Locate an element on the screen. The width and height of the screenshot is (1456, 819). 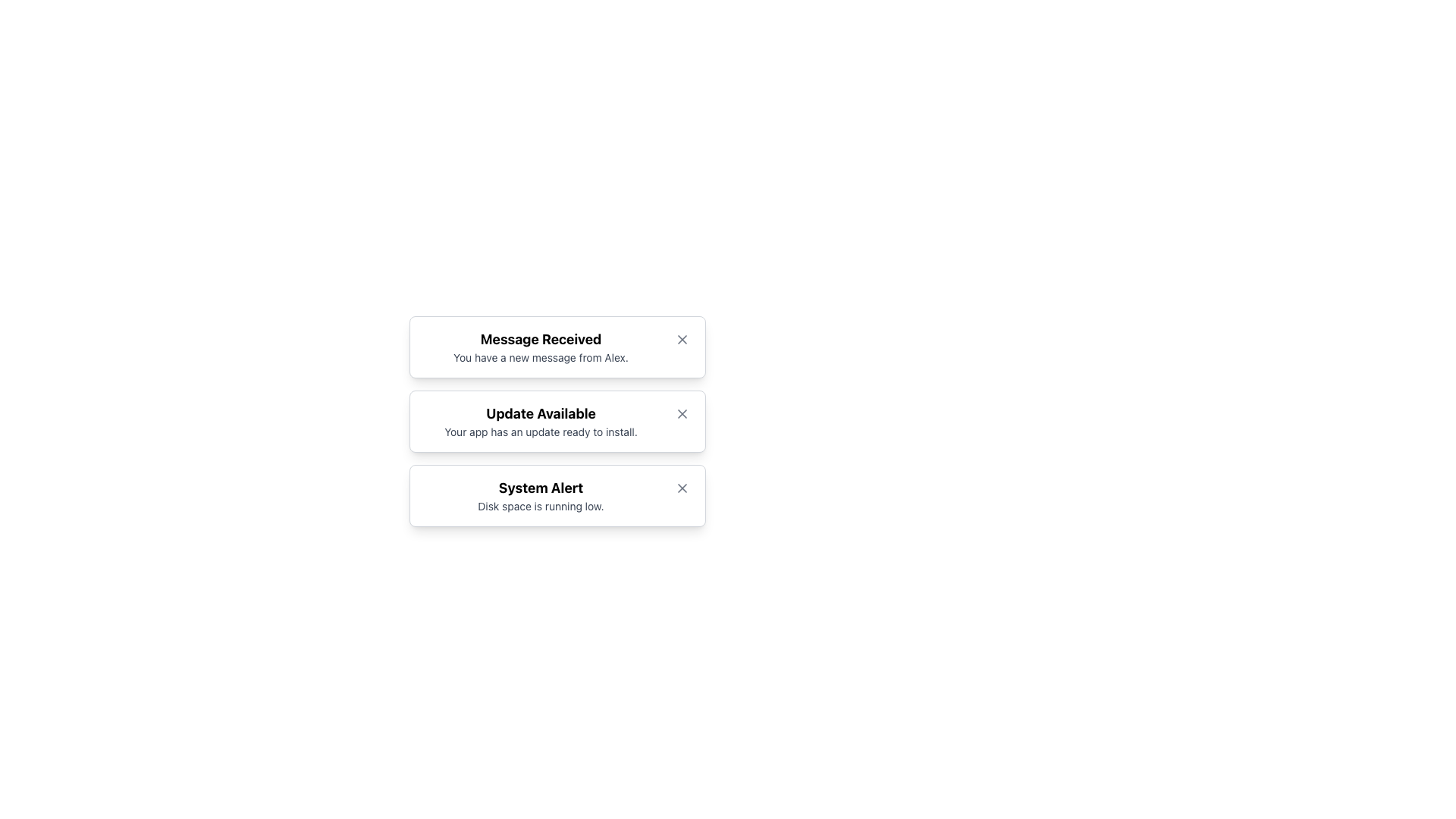
the 'X' icon close button in the 'Update Available' notification box is located at coordinates (682, 414).